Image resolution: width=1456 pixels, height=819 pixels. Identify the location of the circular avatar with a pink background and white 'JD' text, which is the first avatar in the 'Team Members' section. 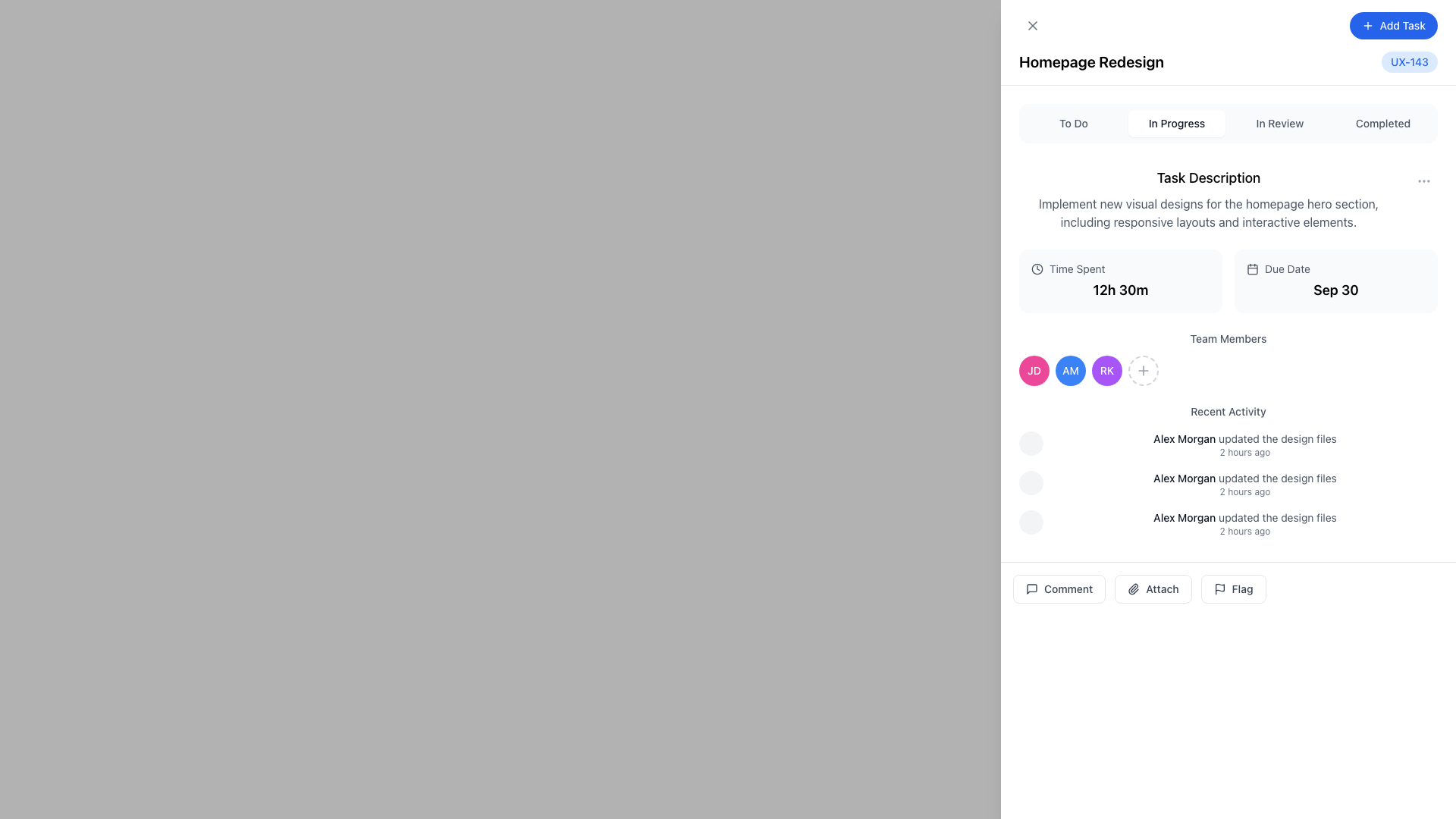
(1033, 371).